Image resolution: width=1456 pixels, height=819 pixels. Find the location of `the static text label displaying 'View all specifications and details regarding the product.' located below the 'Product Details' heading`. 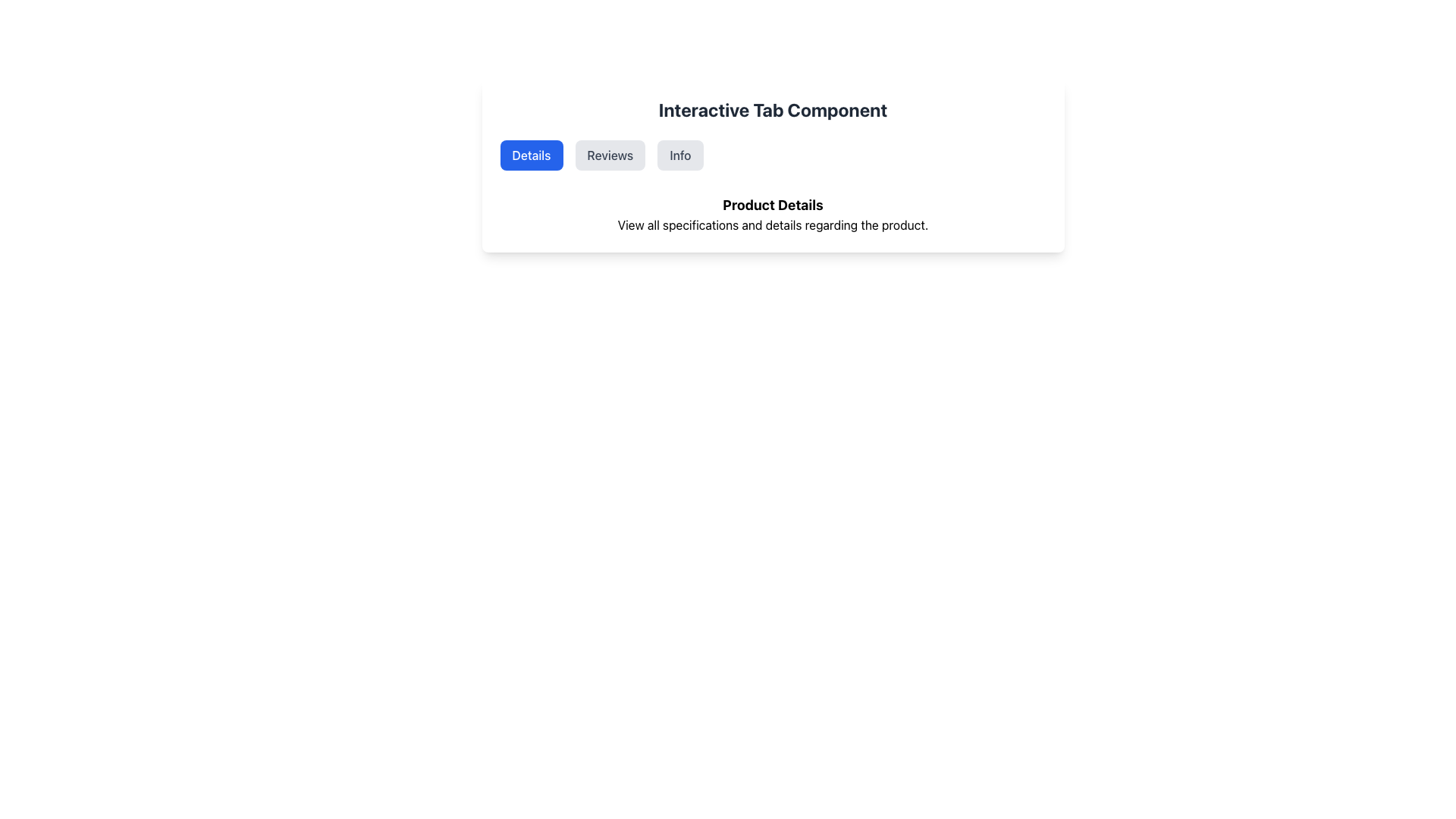

the static text label displaying 'View all specifications and details regarding the product.' located below the 'Product Details' heading is located at coordinates (773, 225).